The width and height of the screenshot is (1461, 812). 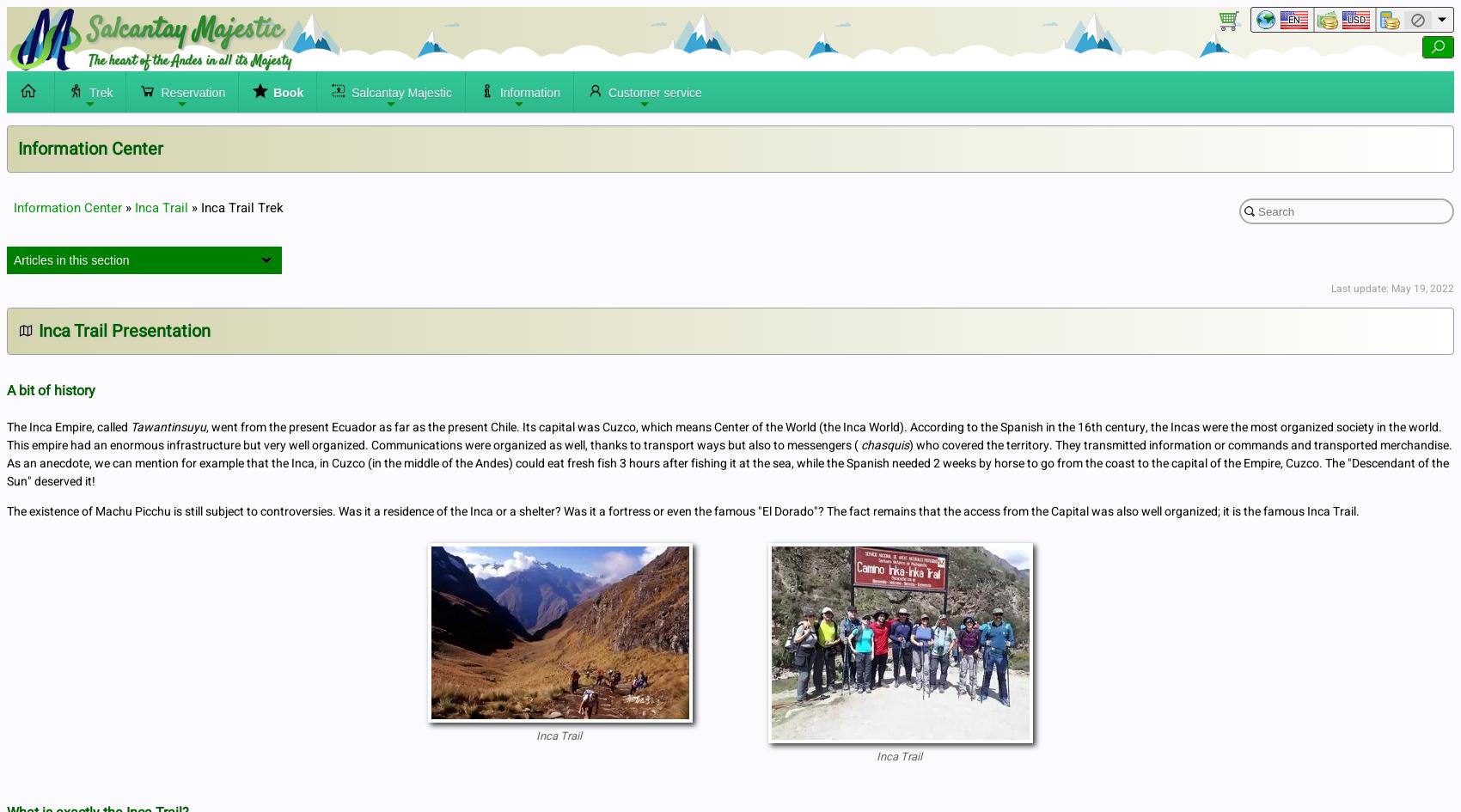 I want to click on 'The Inca Empire, called', so click(x=69, y=426).